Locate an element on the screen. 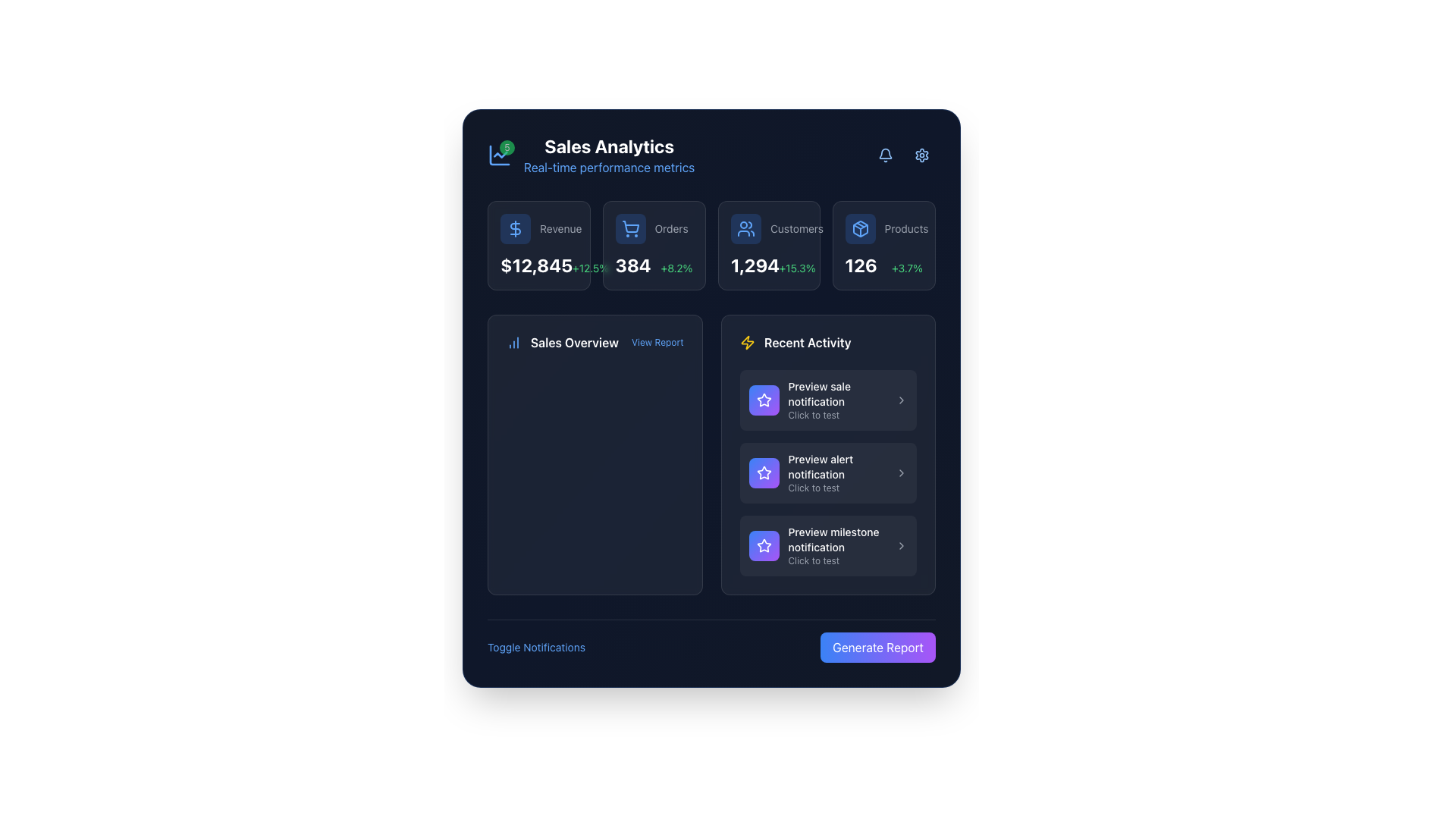 The height and width of the screenshot is (819, 1456). the numeric value display element indicating the number of customers, located in the metrics panel section of the interface is located at coordinates (755, 265).